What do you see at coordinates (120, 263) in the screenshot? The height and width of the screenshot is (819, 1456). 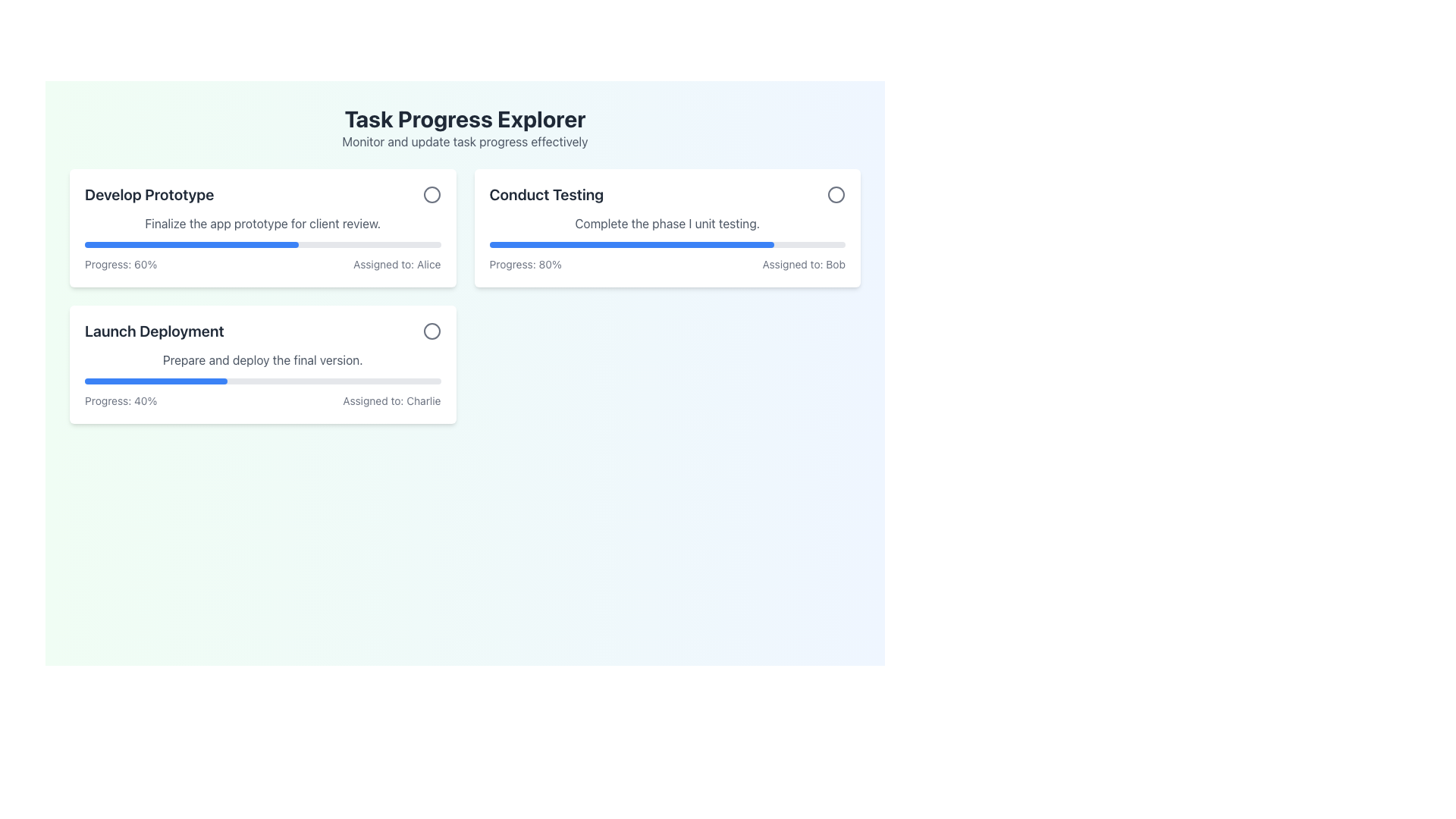 I see `the static text label displaying 'Progress: 60%' located below the progress bar and to the left of 'Assigned to: Alice' in the 'Develop Prototype' card` at bounding box center [120, 263].